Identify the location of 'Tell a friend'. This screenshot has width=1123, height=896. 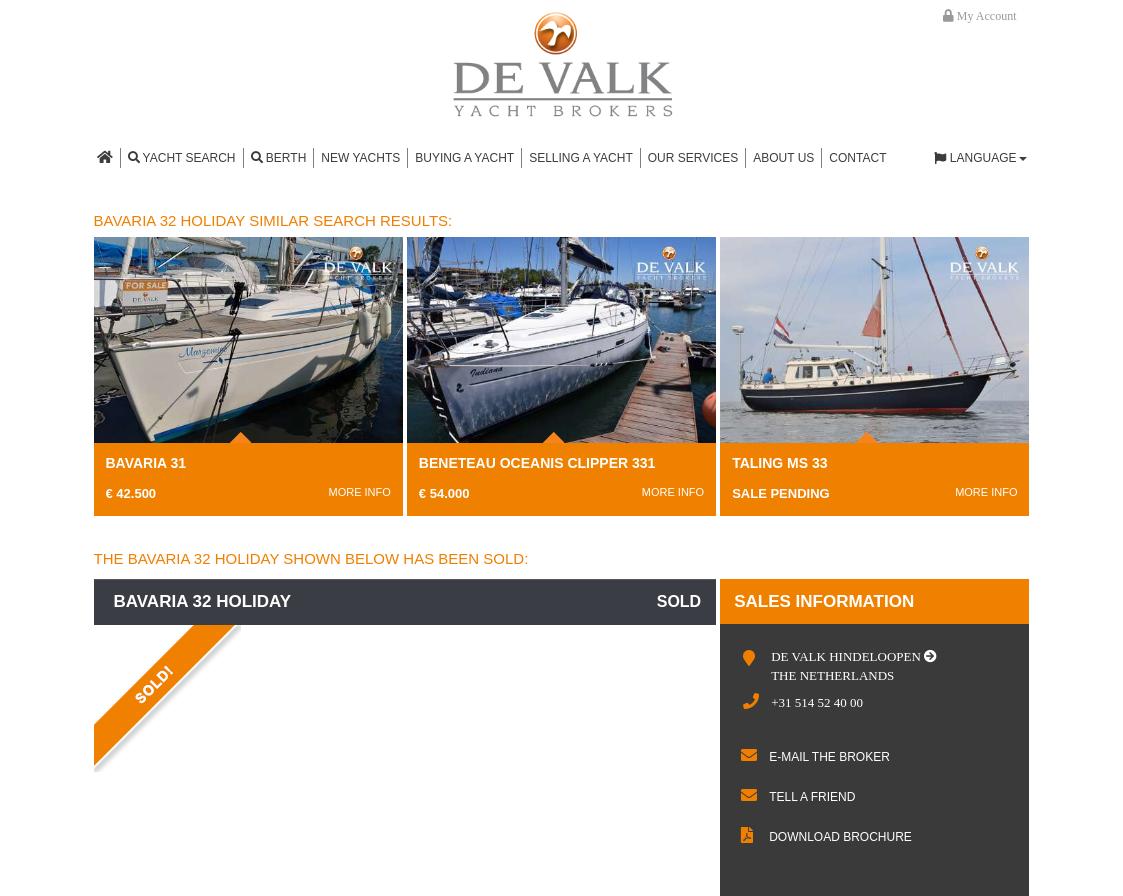
(811, 796).